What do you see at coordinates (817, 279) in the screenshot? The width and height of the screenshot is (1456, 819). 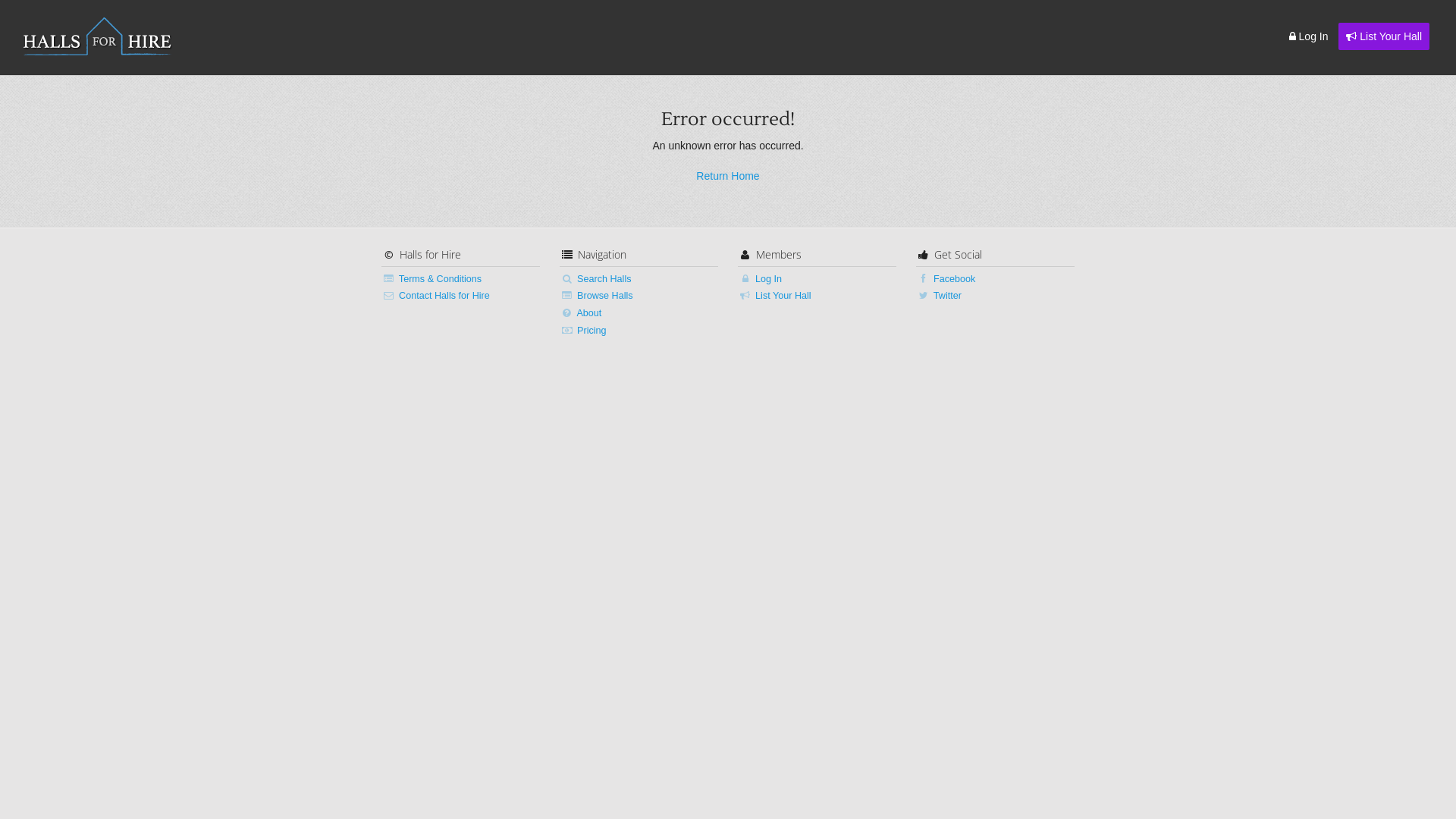 I see `'Log In'` at bounding box center [817, 279].